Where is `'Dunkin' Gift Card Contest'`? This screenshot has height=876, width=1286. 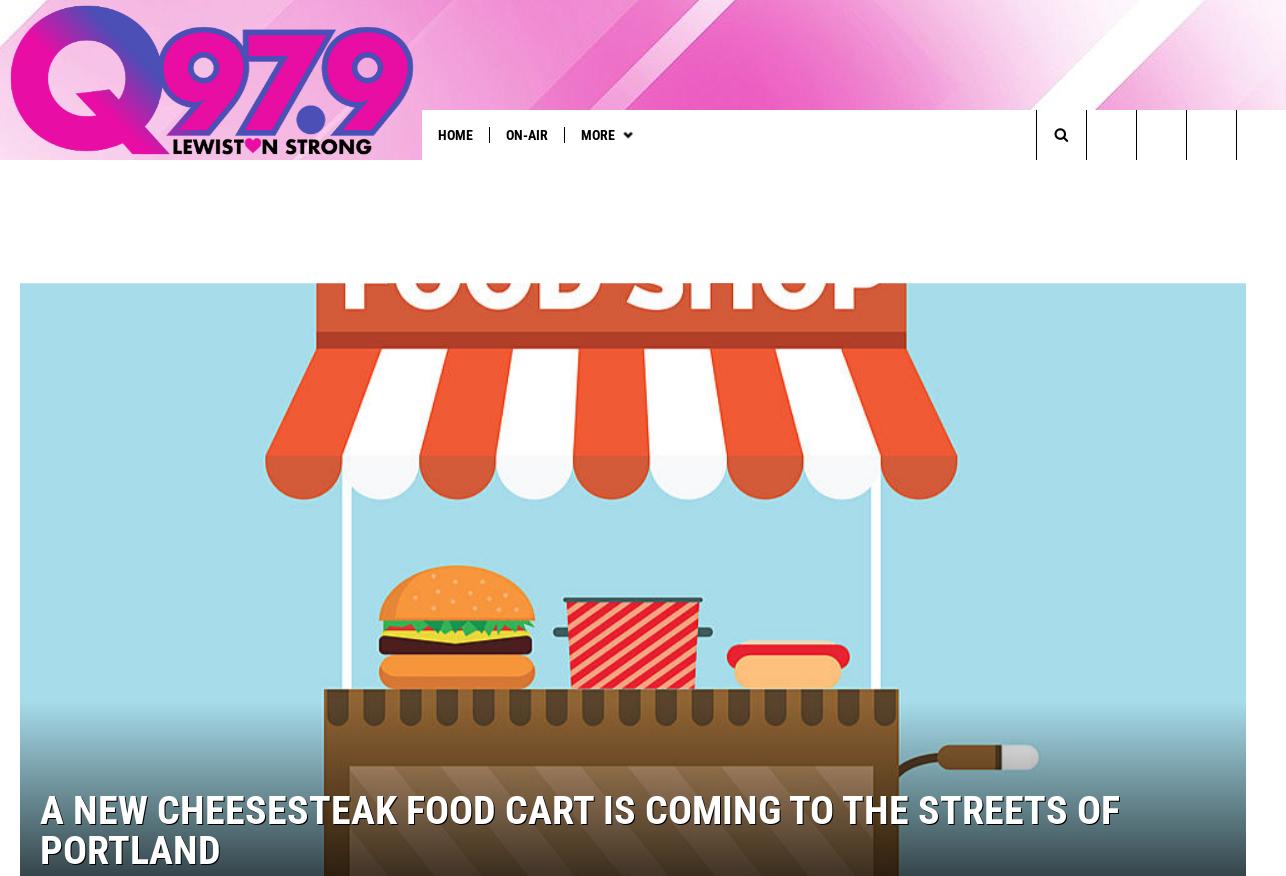 'Dunkin' Gift Card Contest' is located at coordinates (537, 175).